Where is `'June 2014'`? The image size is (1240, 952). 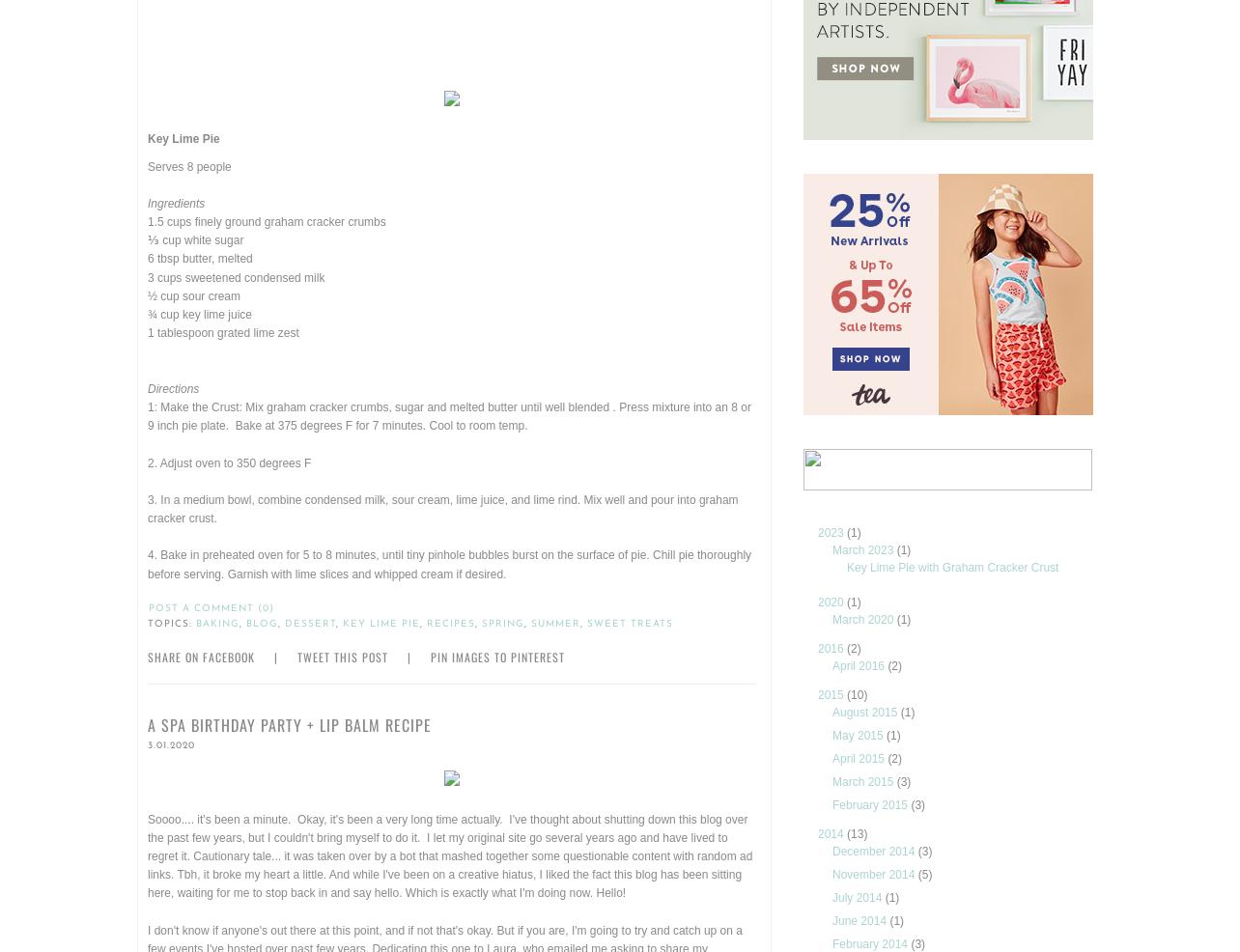
'June 2014' is located at coordinates (860, 920).